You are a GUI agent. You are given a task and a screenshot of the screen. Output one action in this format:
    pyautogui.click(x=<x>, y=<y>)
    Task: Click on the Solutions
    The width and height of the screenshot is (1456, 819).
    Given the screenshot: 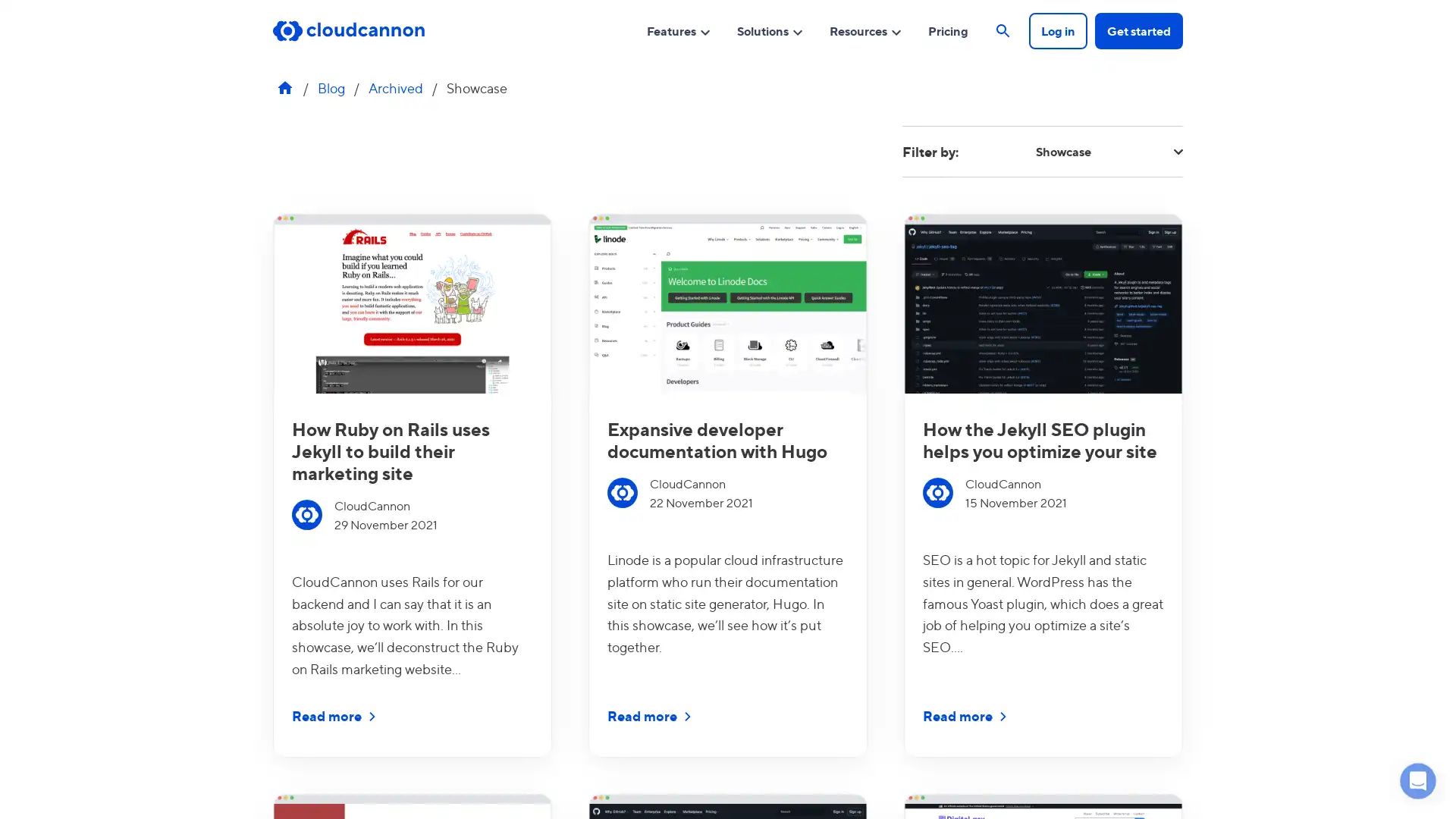 What is the action you would take?
    pyautogui.click(x=770, y=30)
    